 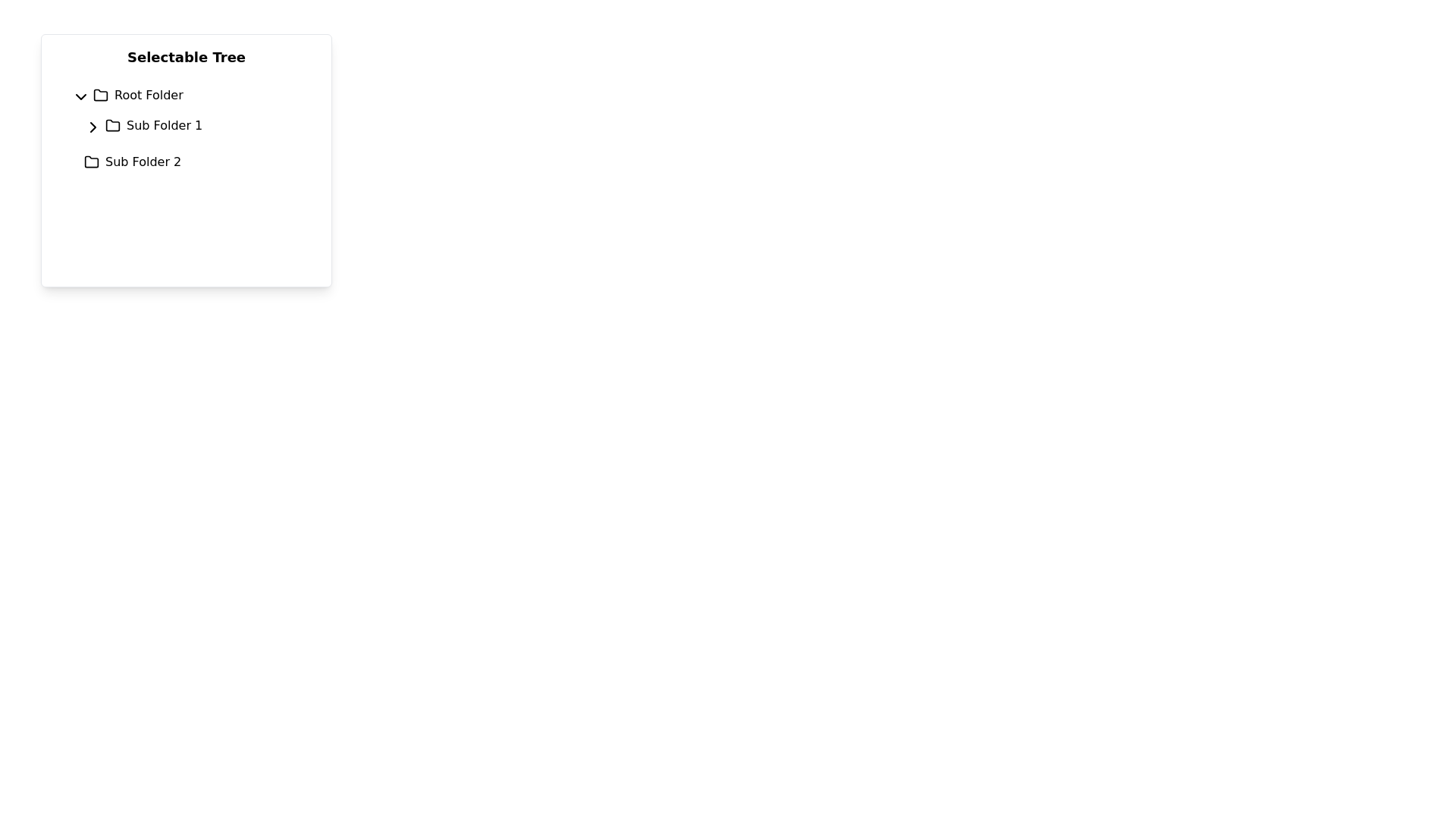 I want to click on the Tree View element located centrally within the 'Selectable Tree' card, so click(x=185, y=127).